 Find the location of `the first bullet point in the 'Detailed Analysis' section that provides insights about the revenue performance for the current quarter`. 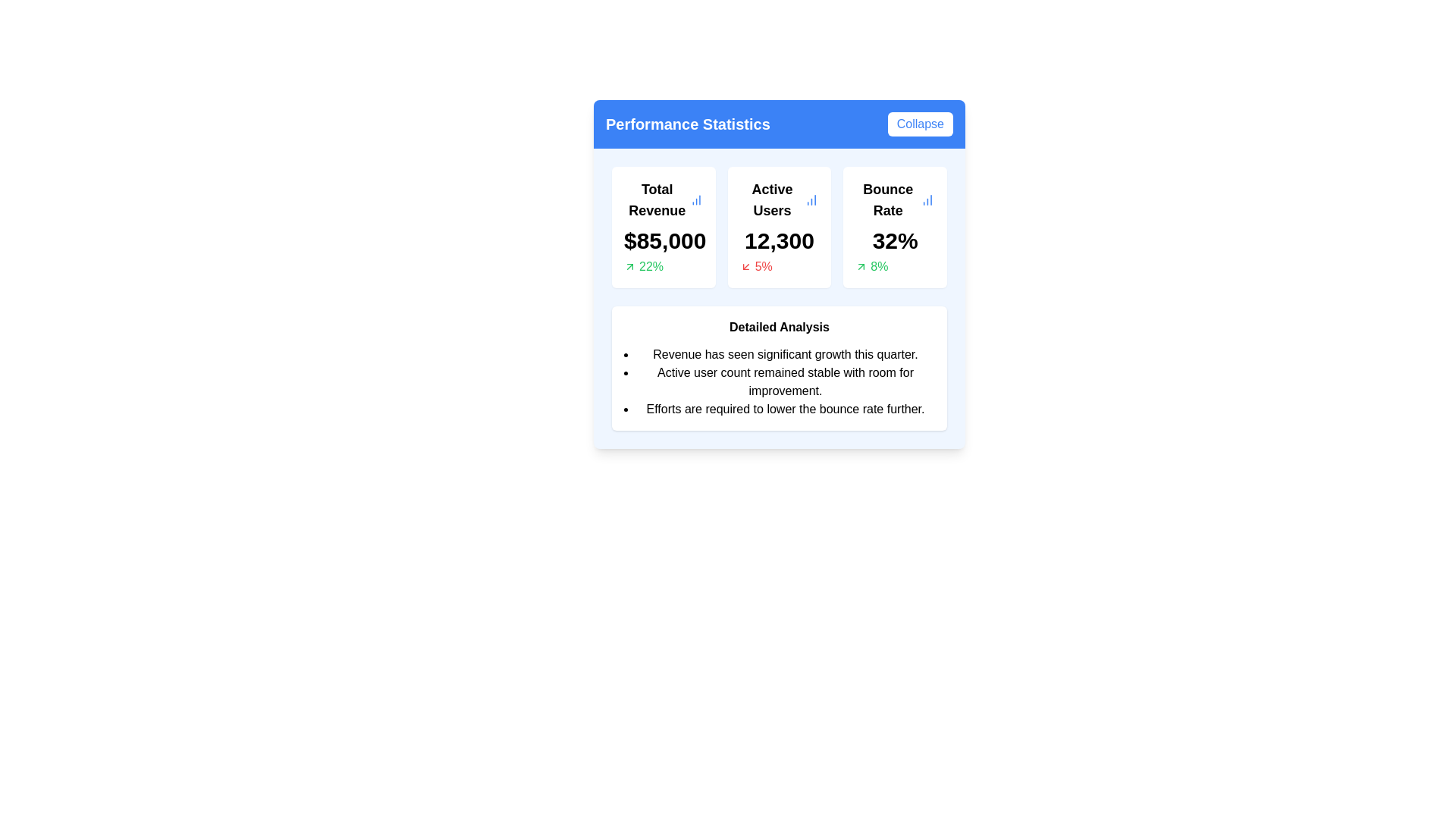

the first bullet point in the 'Detailed Analysis' section that provides insights about the revenue performance for the current quarter is located at coordinates (786, 354).